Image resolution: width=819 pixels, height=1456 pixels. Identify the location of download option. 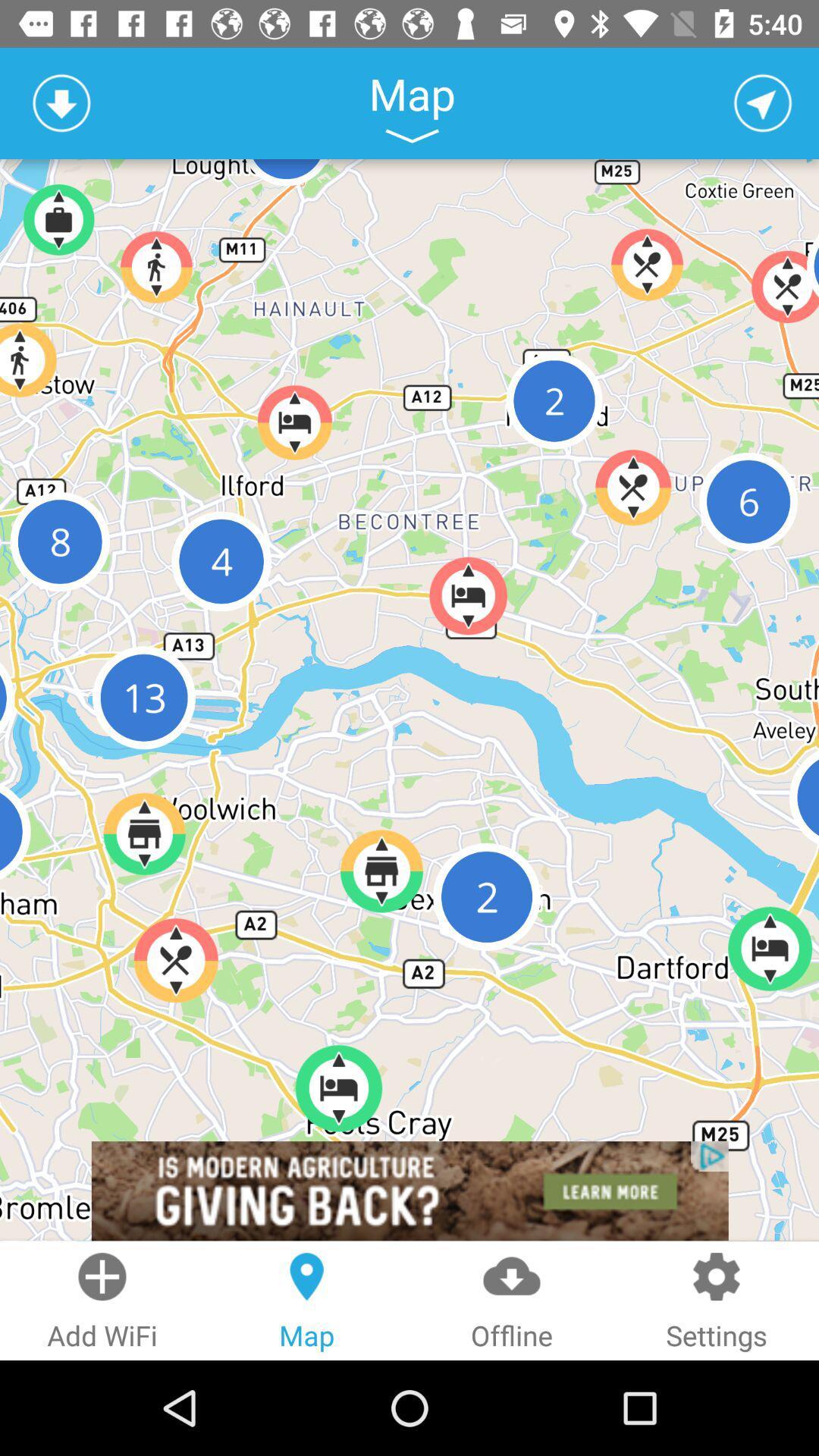
(61, 102).